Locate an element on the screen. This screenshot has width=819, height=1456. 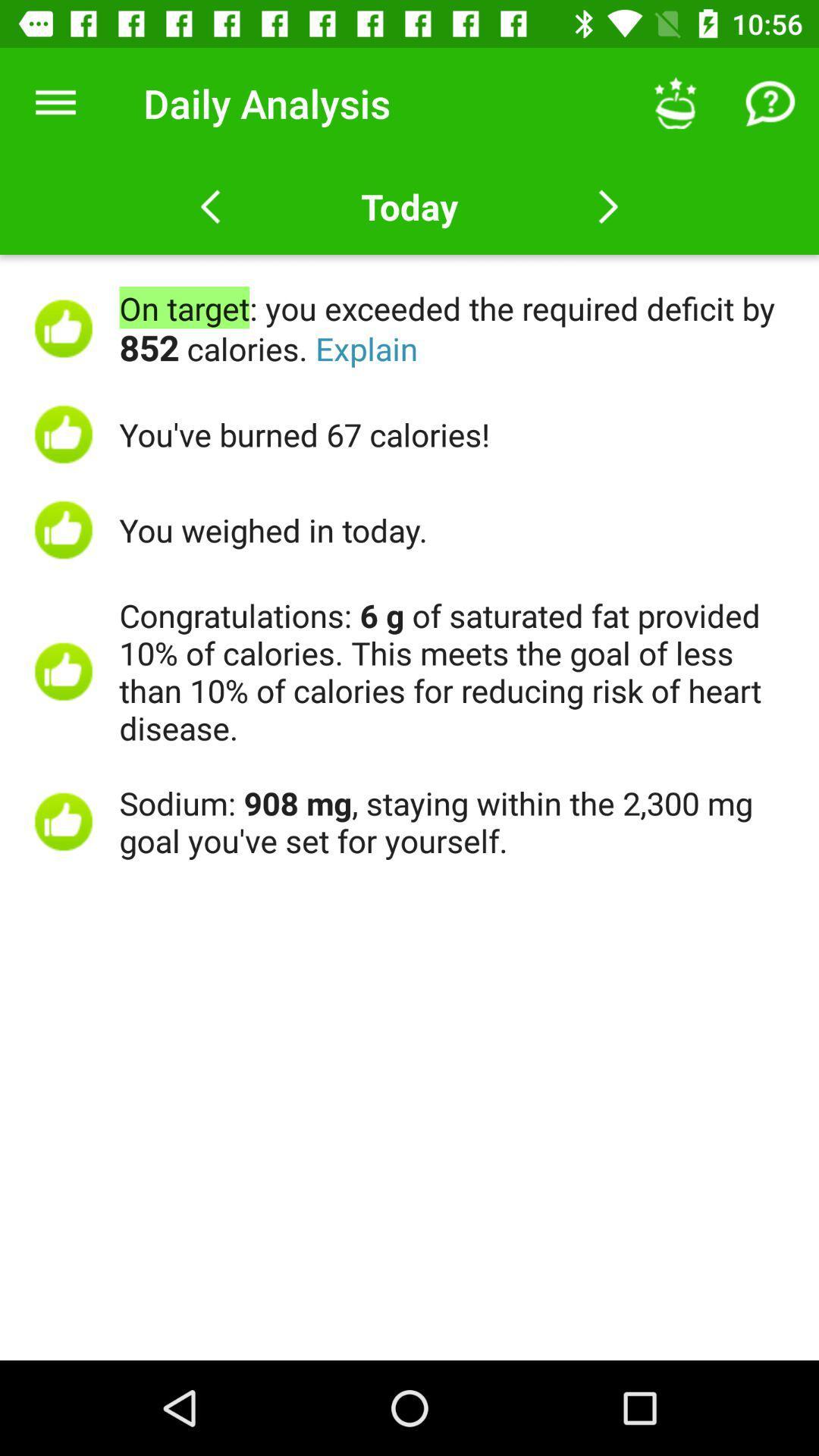
next is located at coordinates (607, 206).